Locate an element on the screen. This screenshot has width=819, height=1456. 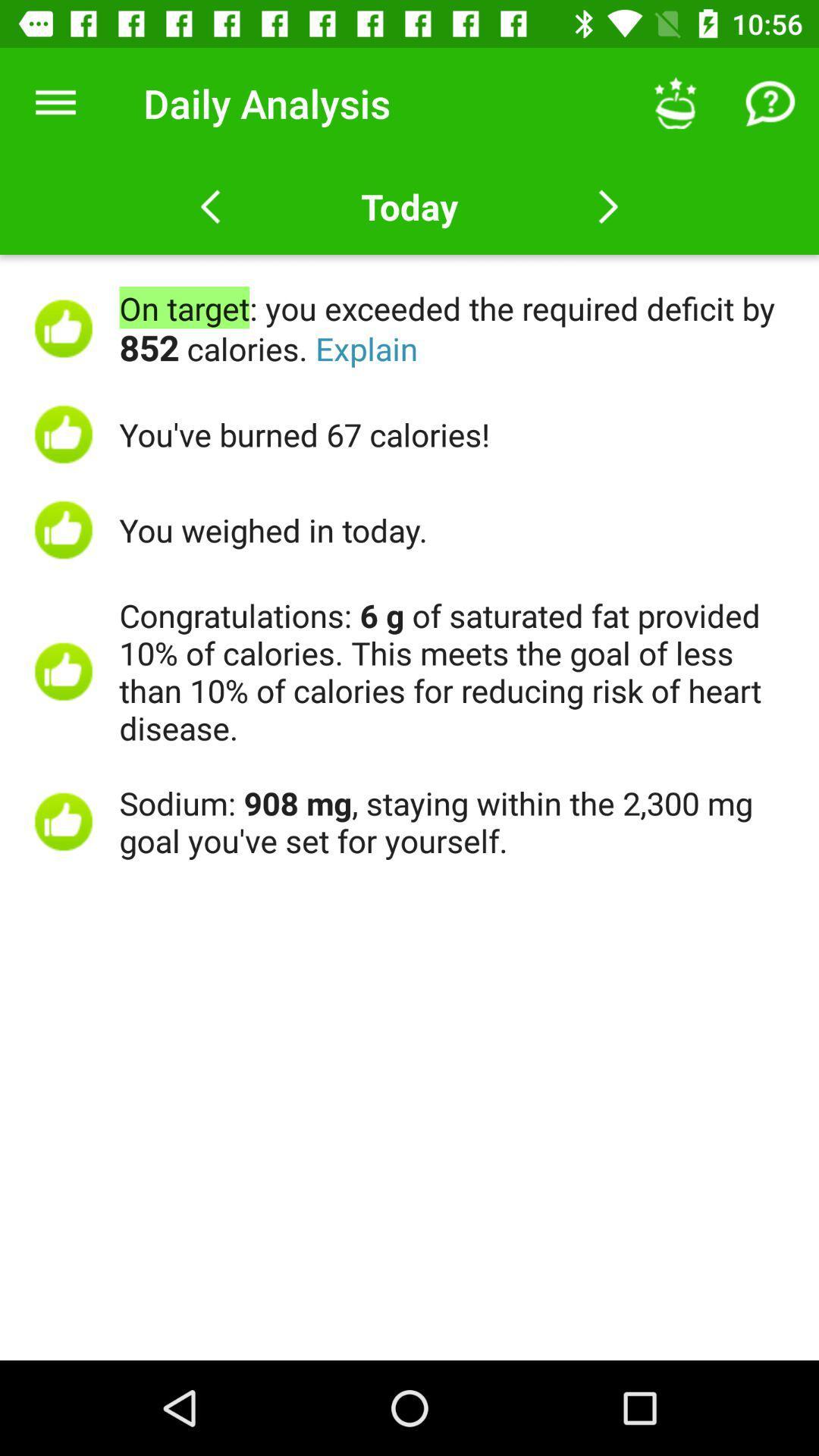
next is located at coordinates (607, 206).